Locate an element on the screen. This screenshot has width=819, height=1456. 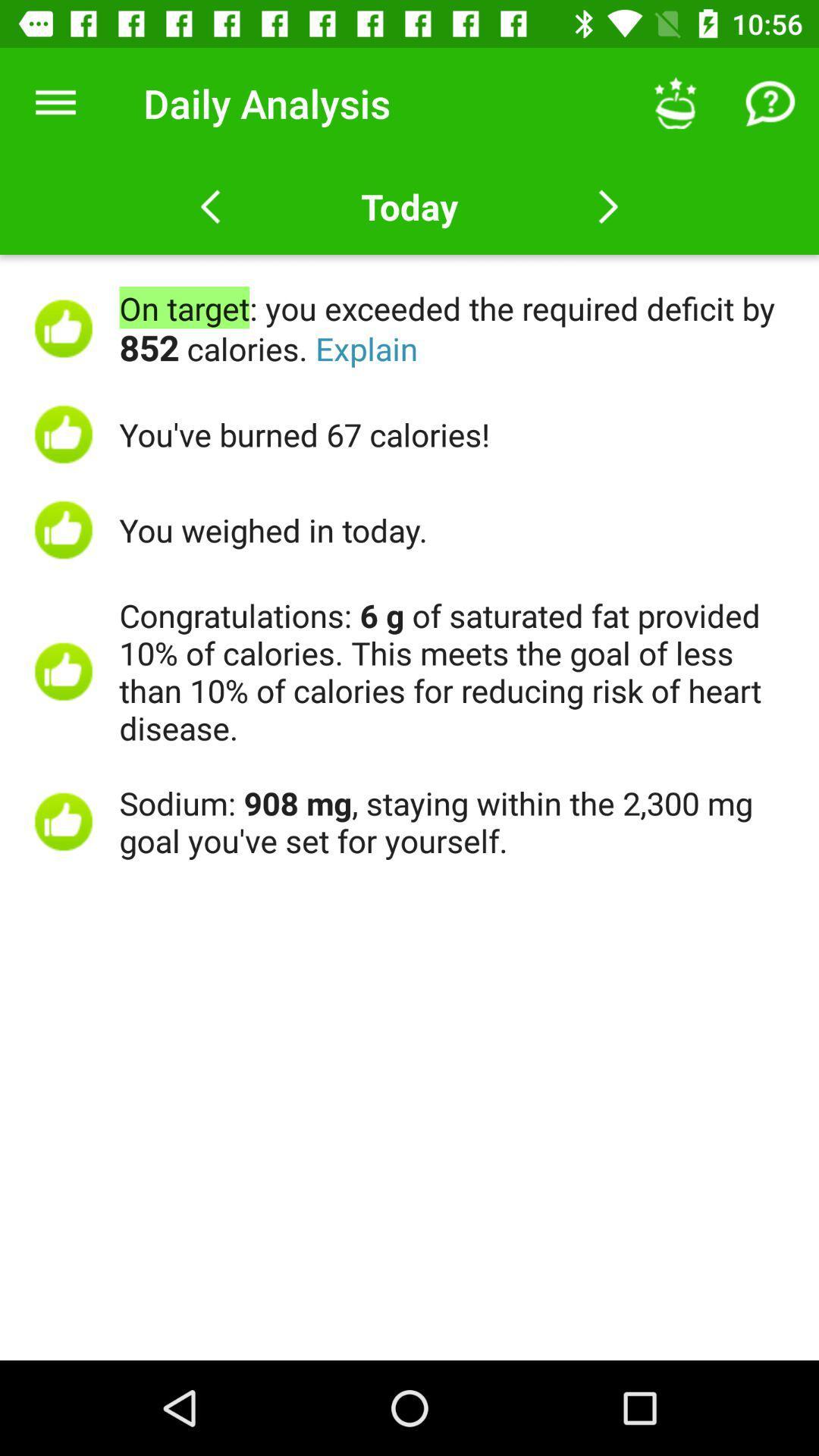
next is located at coordinates (607, 206).